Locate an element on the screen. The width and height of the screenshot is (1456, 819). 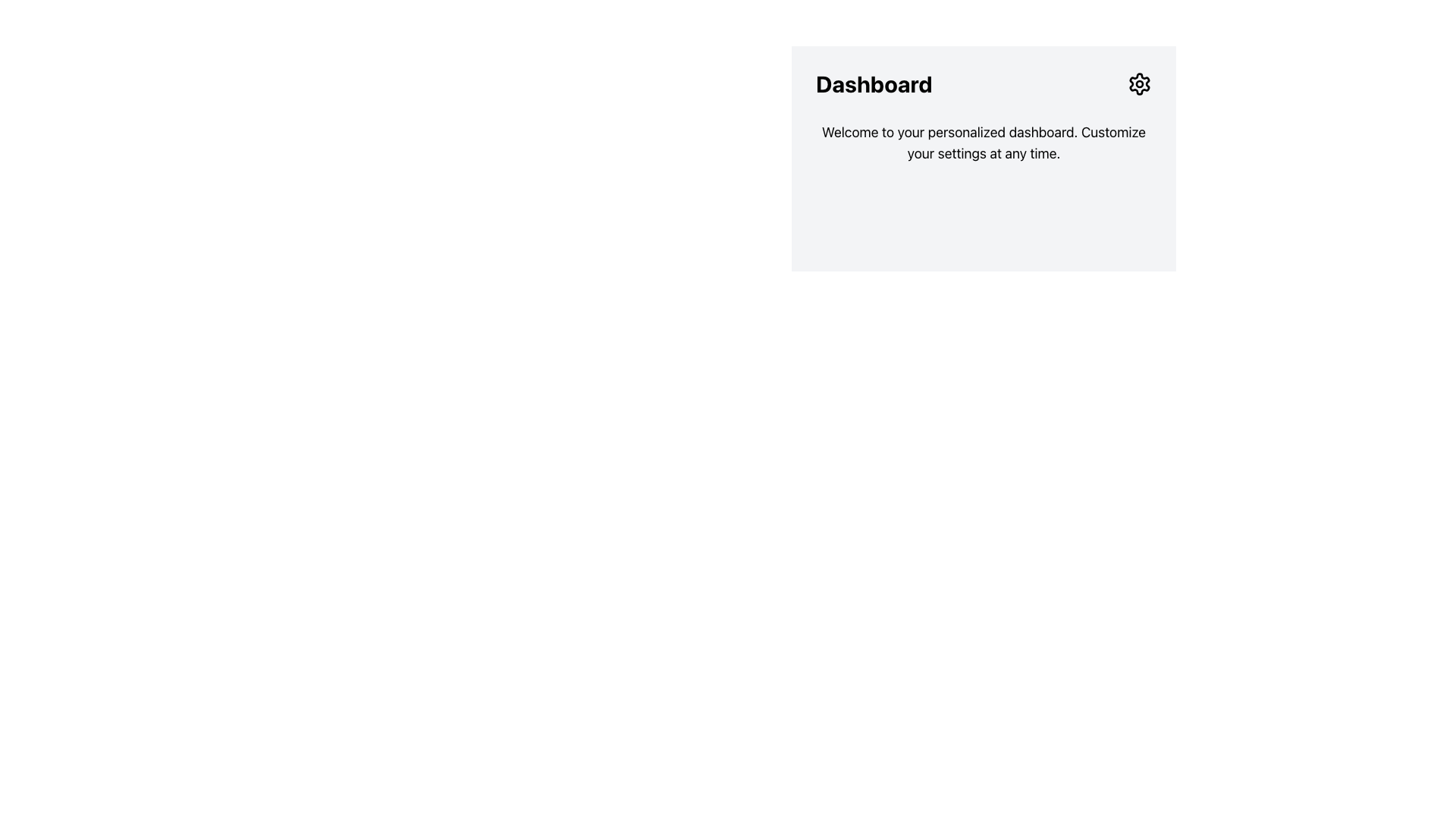
the Static Text Block that provides introductory messages, located below the 'Dashboard' heading and centered horizontally in the upper part of the interface is located at coordinates (984, 143).